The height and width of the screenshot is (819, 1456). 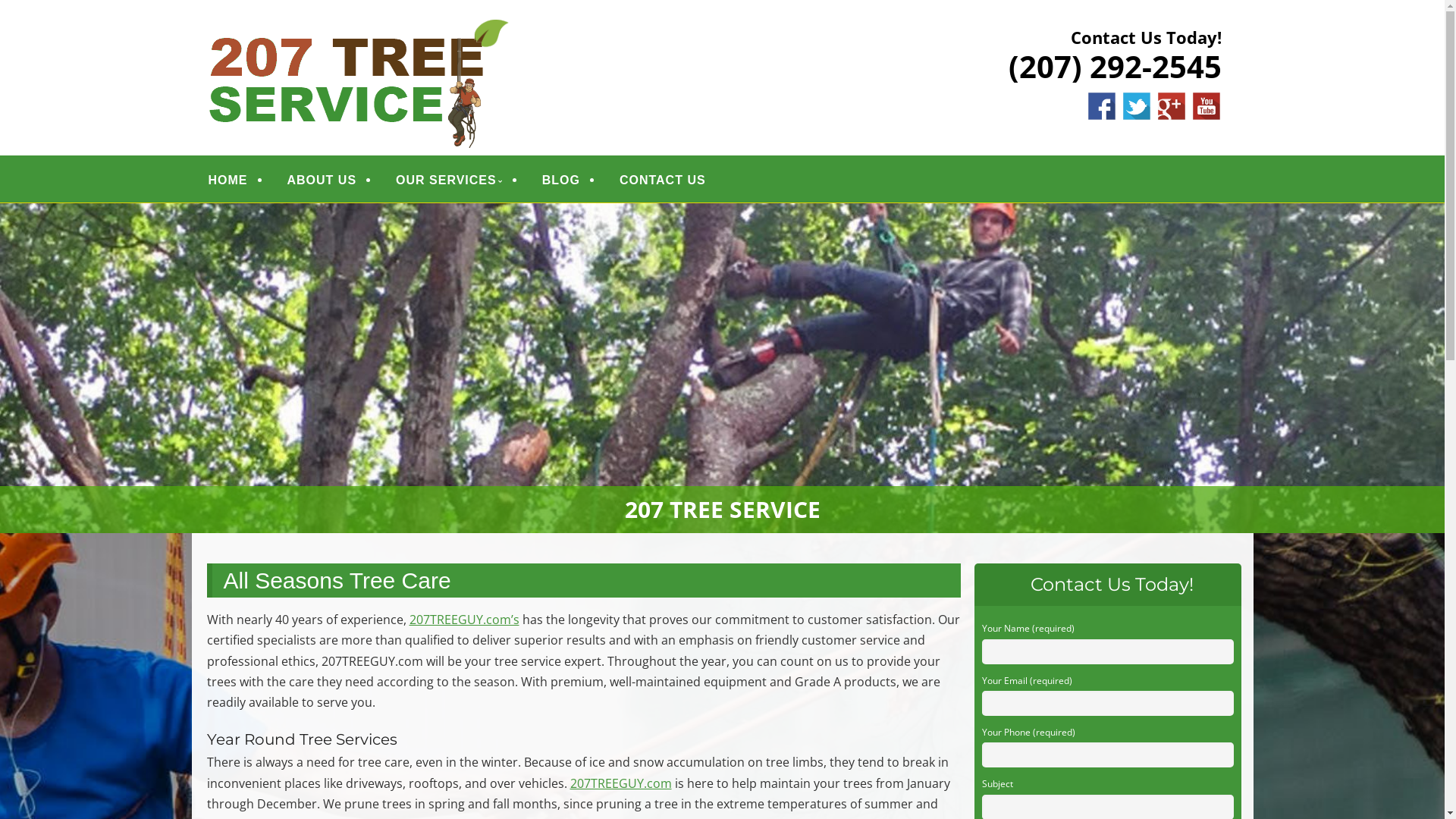 I want to click on 'HOME', so click(x=226, y=177).